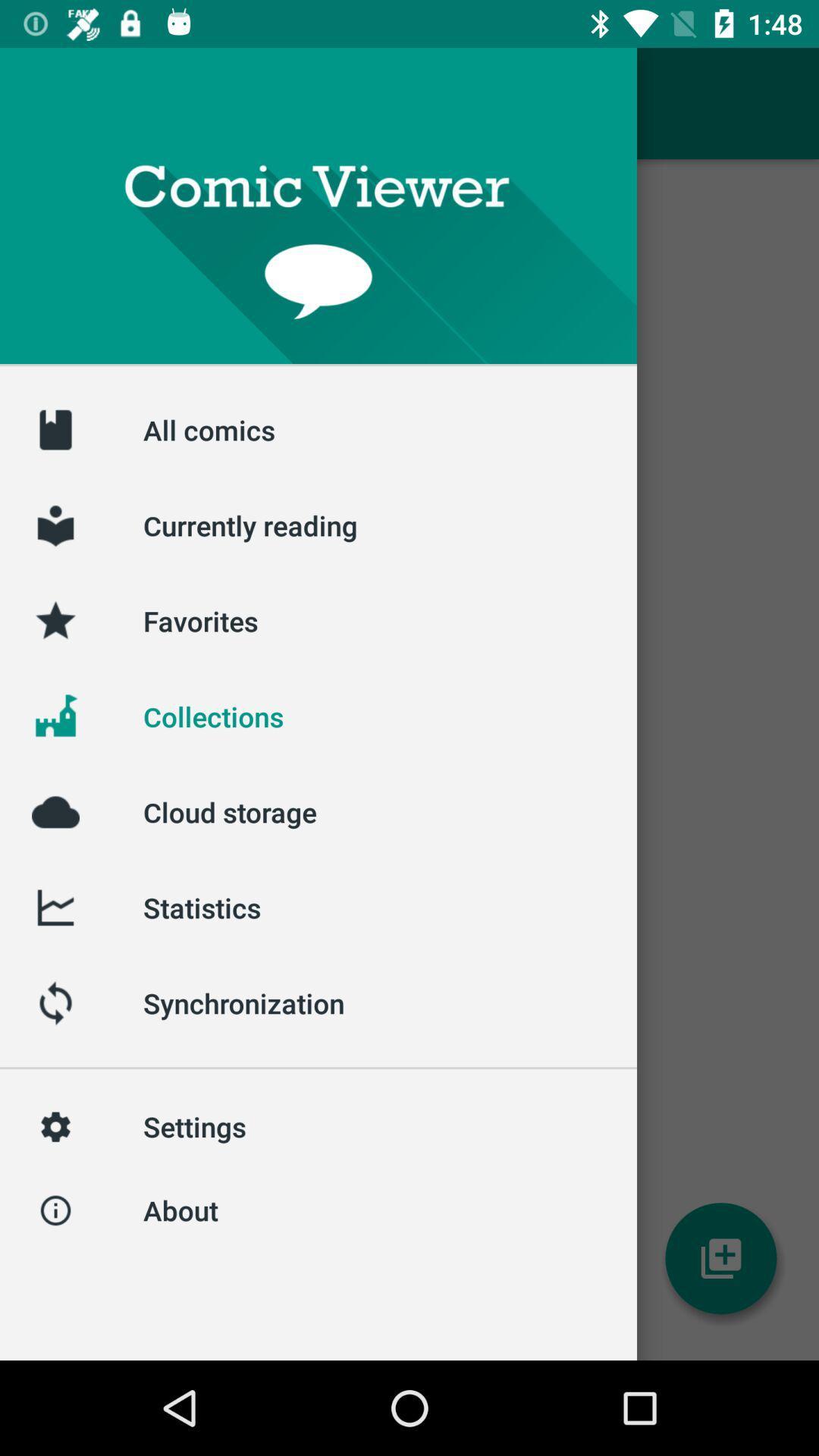  I want to click on the icon which is above cloud storage, so click(55, 716).